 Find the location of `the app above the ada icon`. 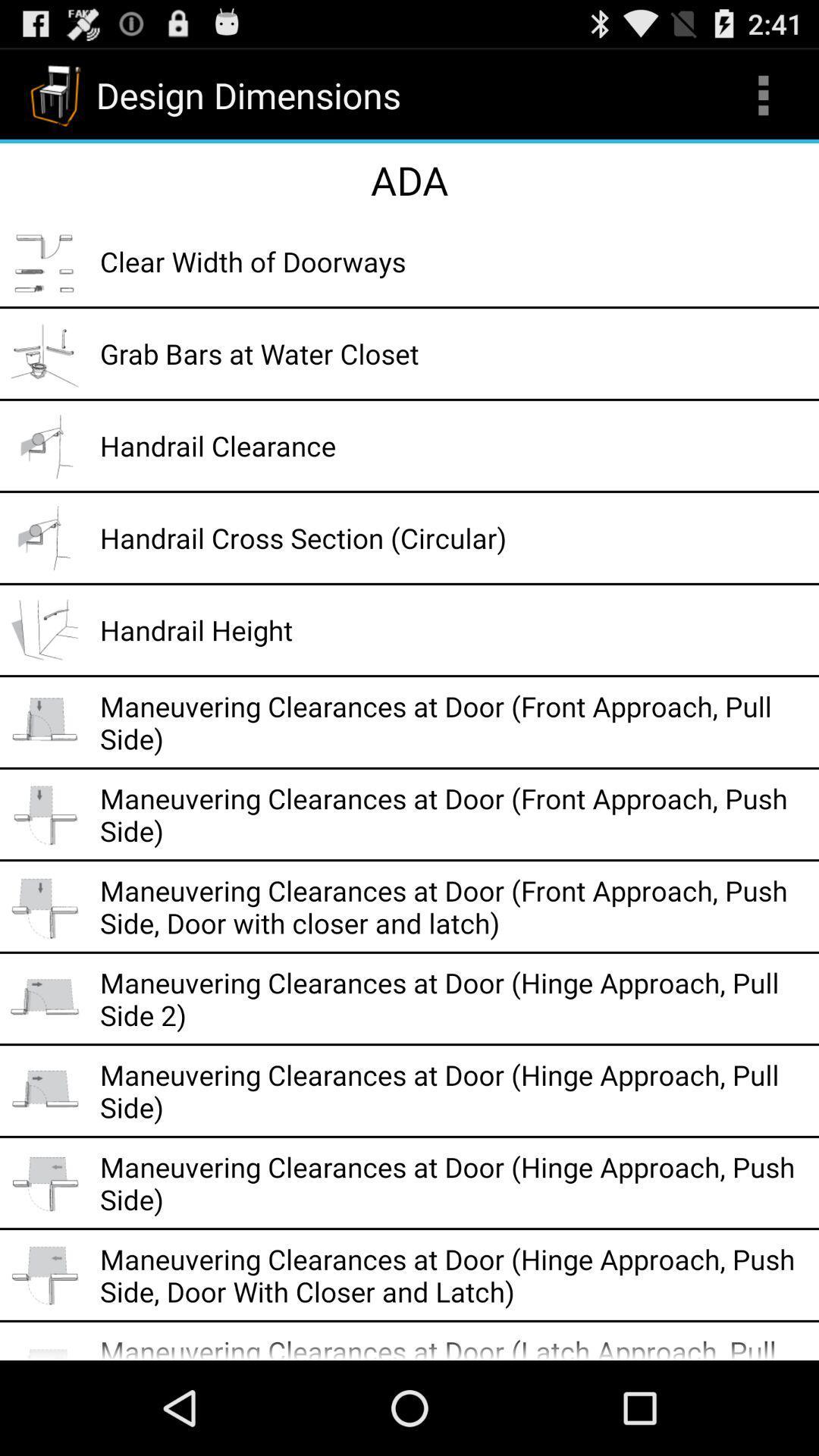

the app above the ada icon is located at coordinates (763, 94).